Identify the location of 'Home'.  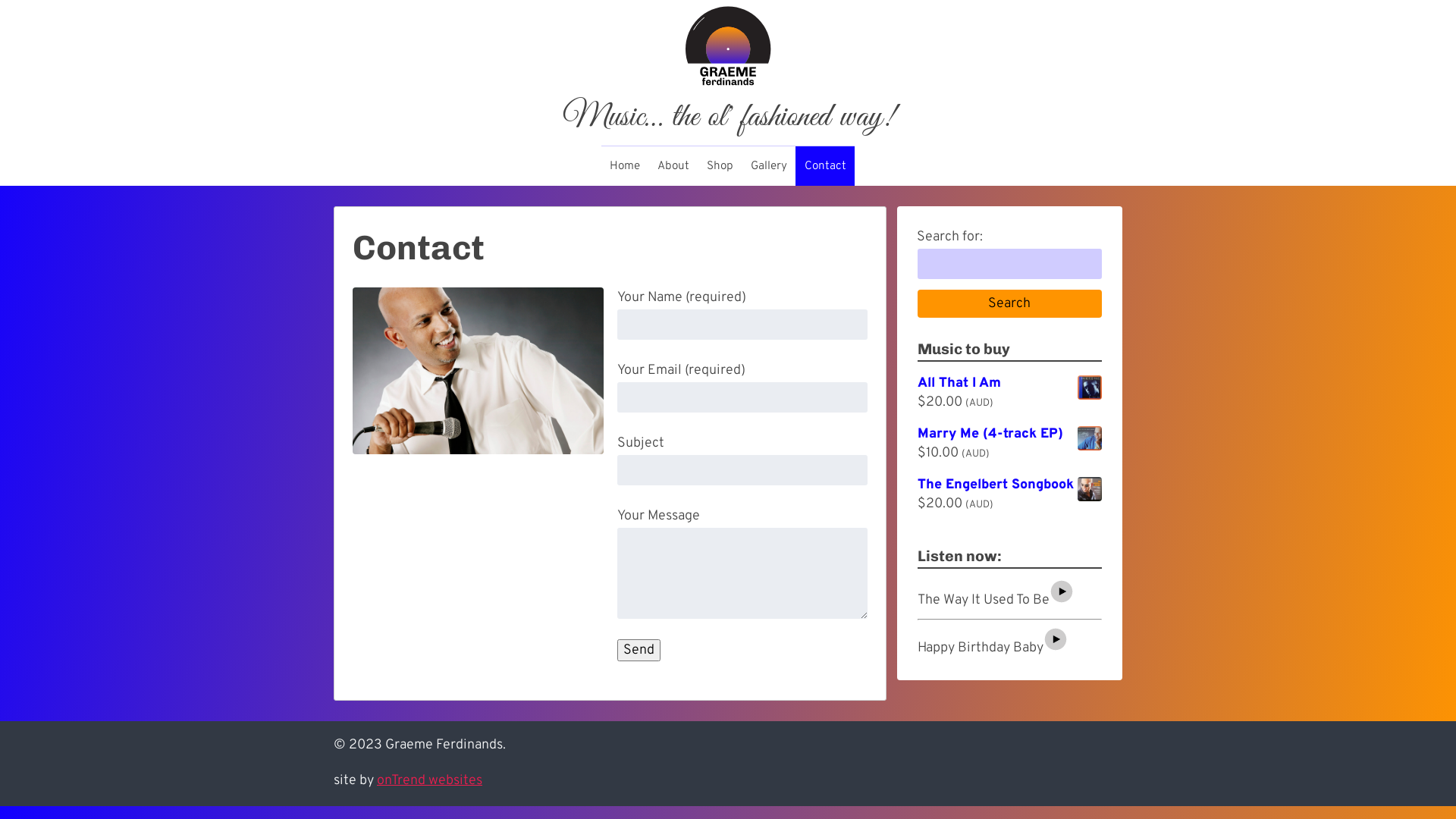
(625, 166).